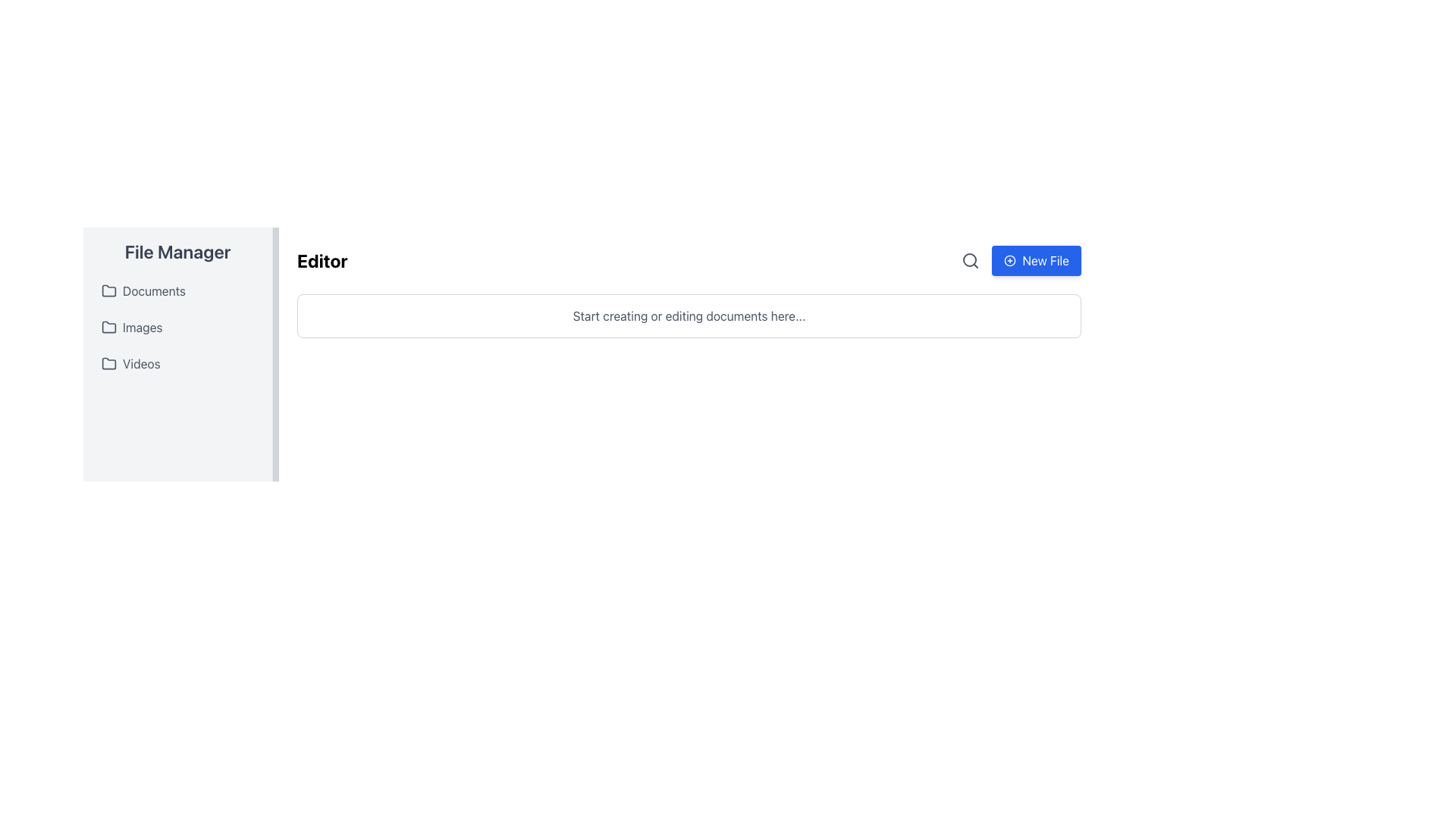  I want to click on the SVG Folder Icon located in the 'File Manager' sidebar, which is the first icon in the vertical list, positioned to the left of the 'Documents' label, so click(108, 291).